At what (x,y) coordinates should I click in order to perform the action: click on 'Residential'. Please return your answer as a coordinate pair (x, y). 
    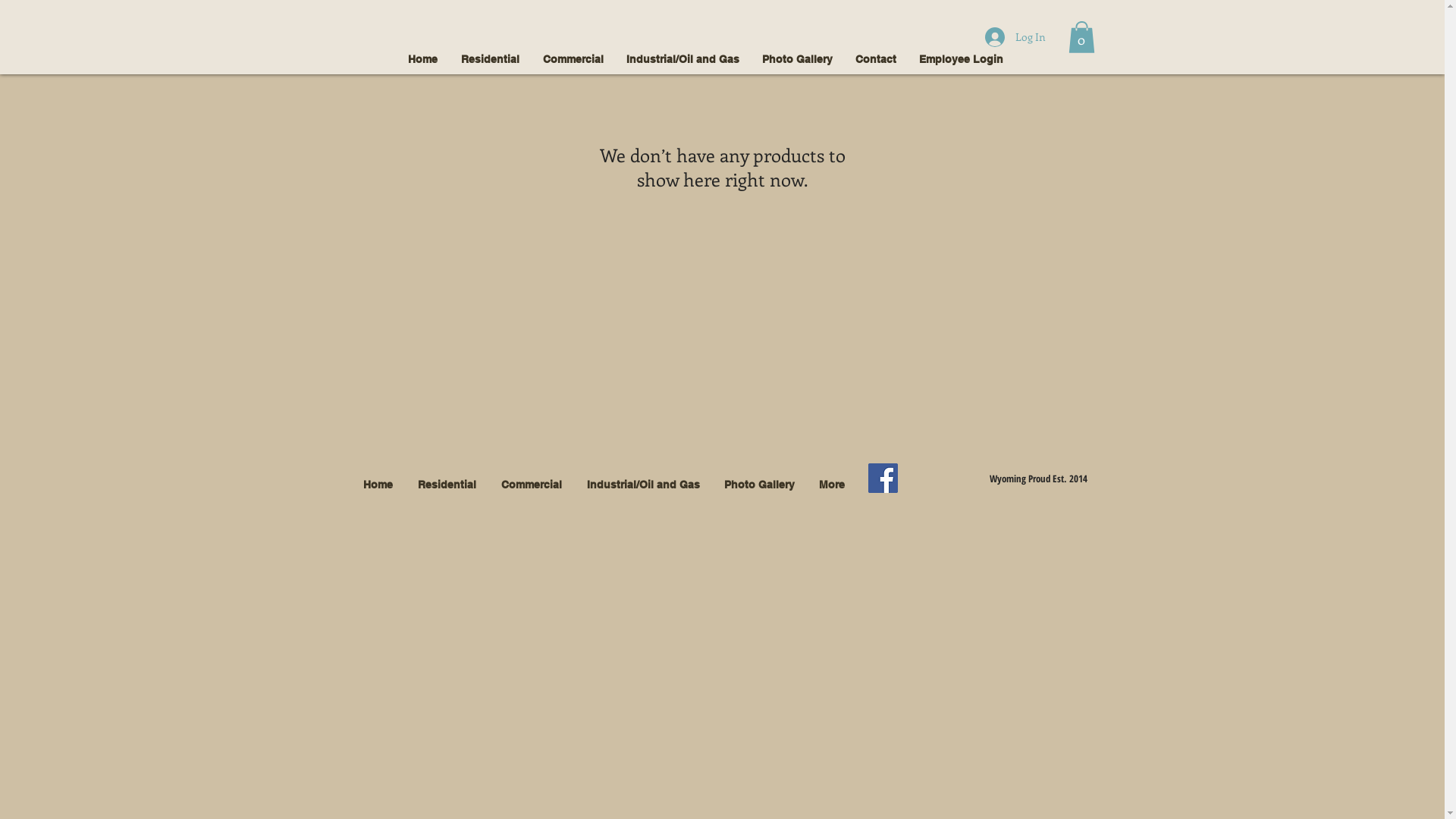
    Looking at the image, I should click on (490, 58).